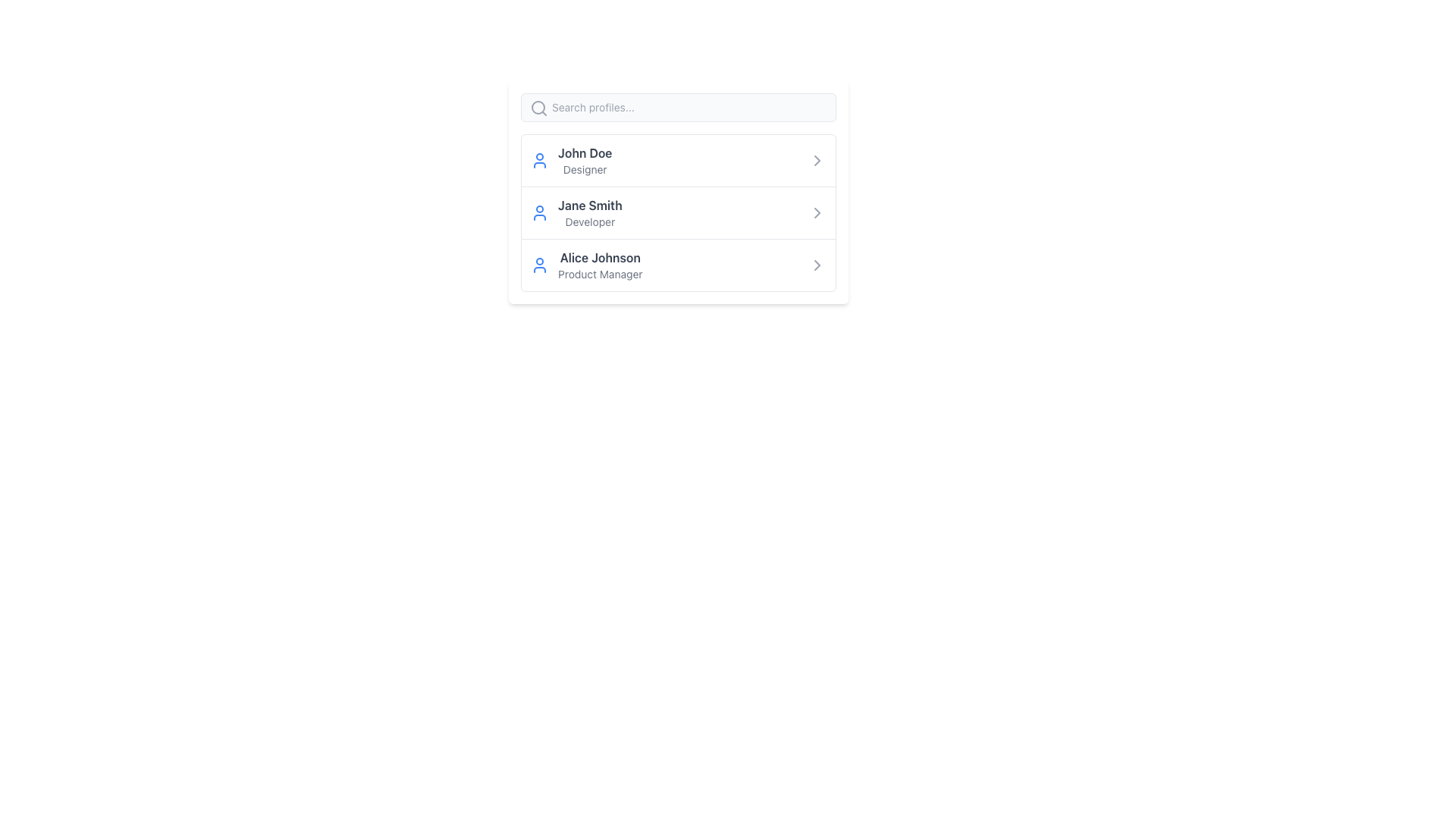  Describe the element at coordinates (677, 192) in the screenshot. I see `the profile search and selection interface, which is centrally located within the modal layout` at that location.